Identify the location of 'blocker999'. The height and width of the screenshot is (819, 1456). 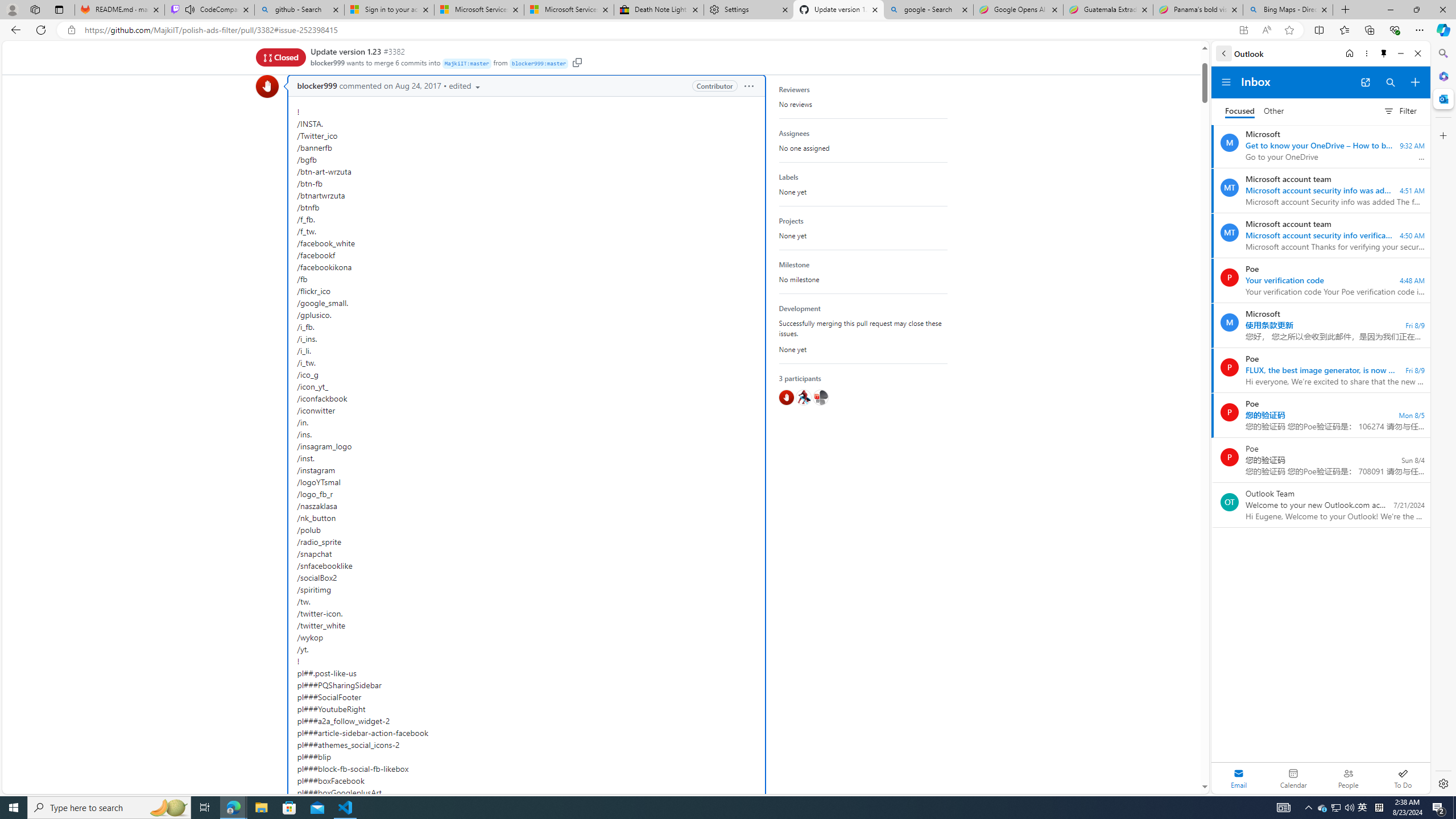
(266, 85).